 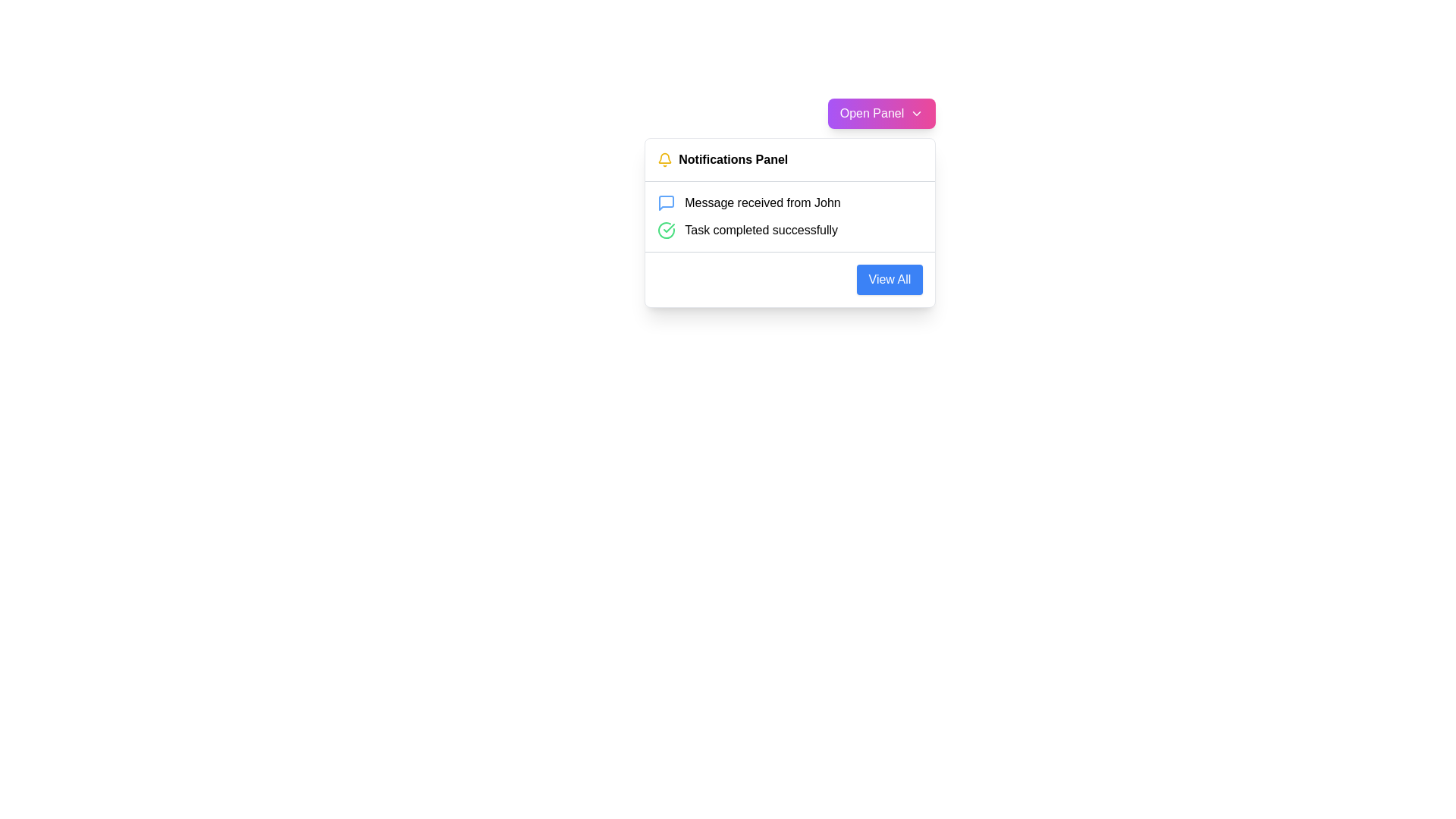 I want to click on the text label that indicates a successfully completed task in the notifications panel, located as the second item below the title, so click(x=761, y=231).